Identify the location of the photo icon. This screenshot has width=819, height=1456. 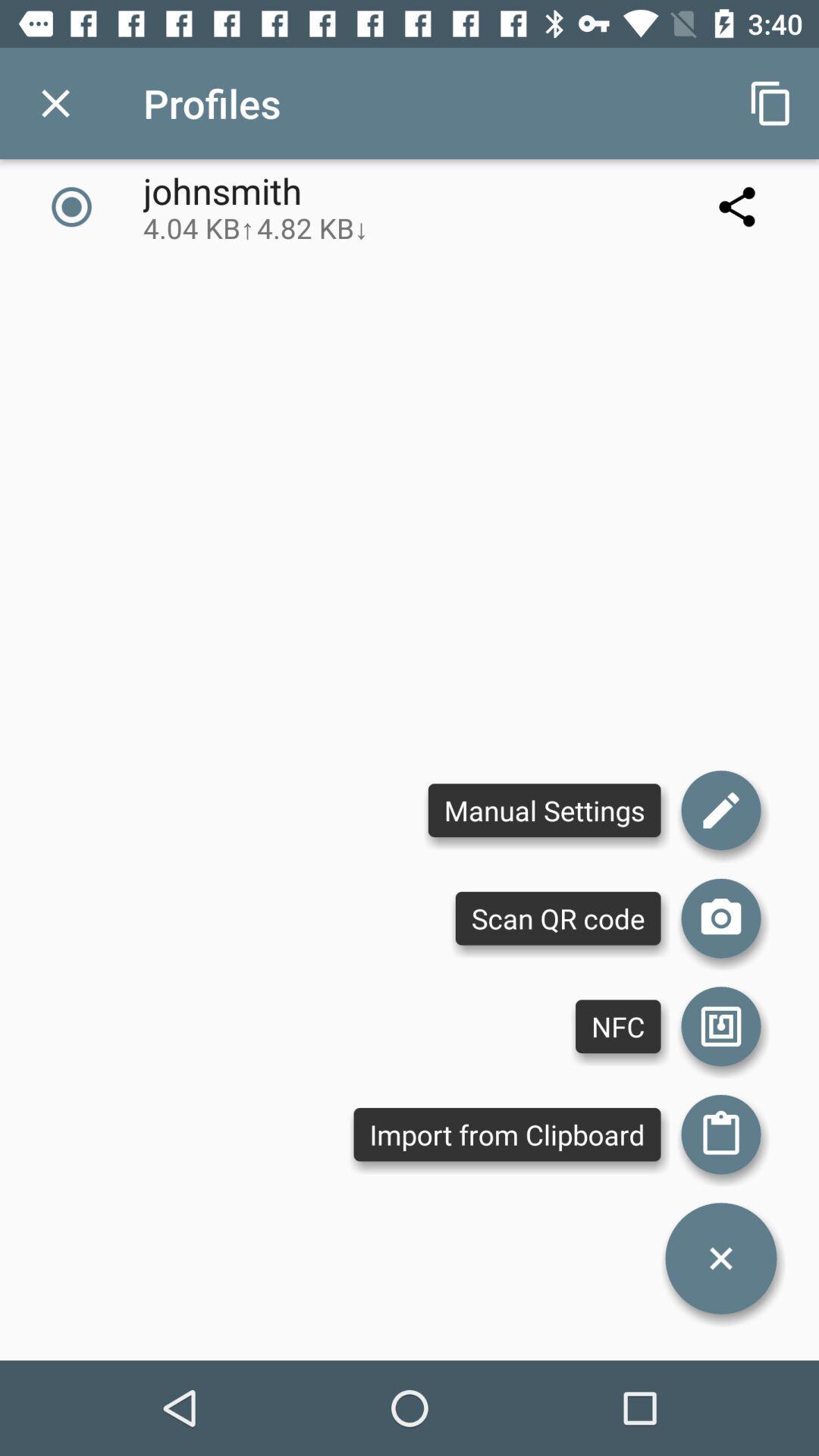
(720, 918).